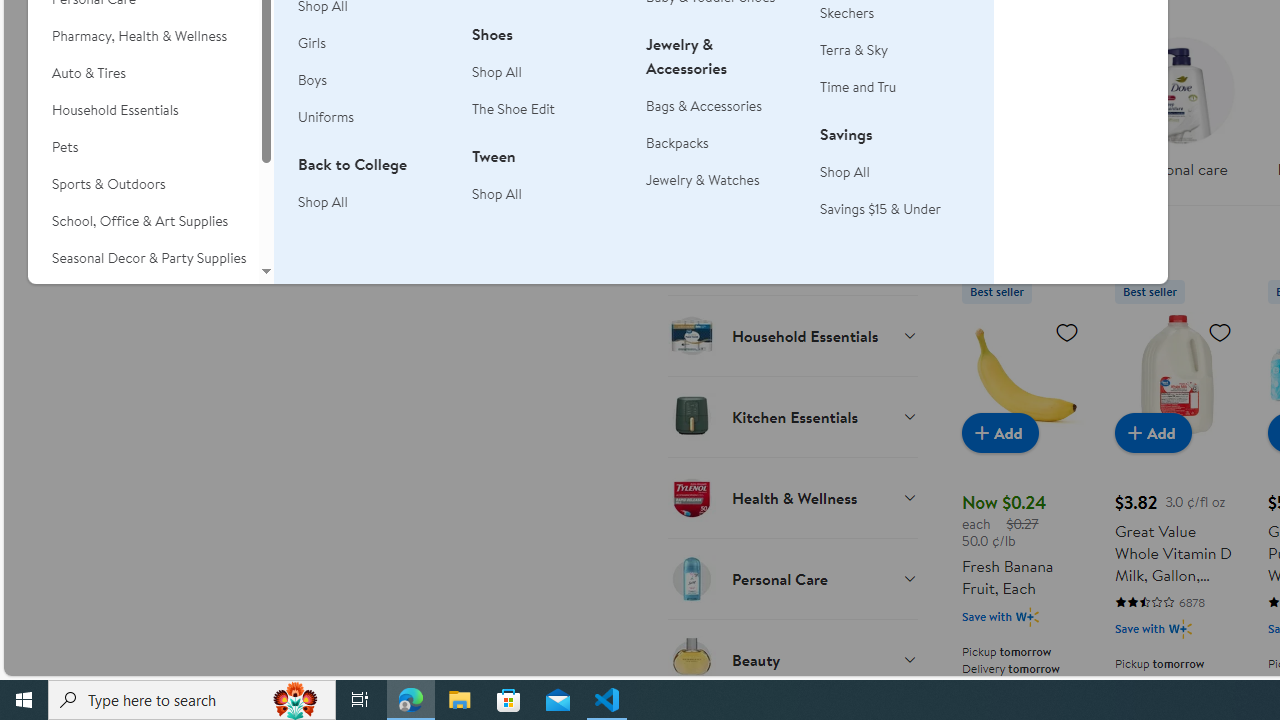 This screenshot has width=1280, height=720. What do you see at coordinates (142, 36) in the screenshot?
I see `'Pharmacy, Health & Wellness'` at bounding box center [142, 36].